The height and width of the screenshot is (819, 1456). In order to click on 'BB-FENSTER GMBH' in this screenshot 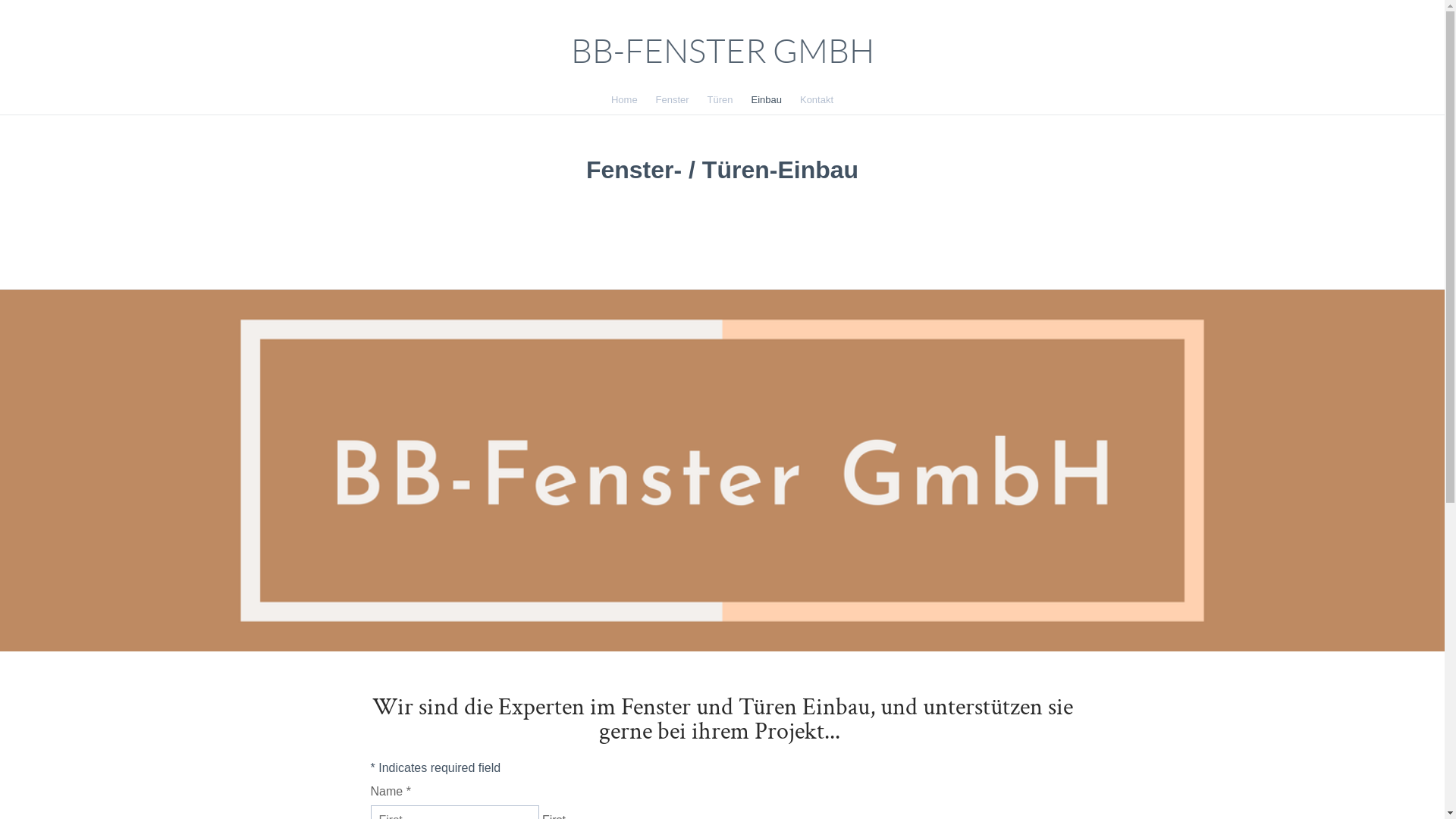, I will do `click(720, 50)`.